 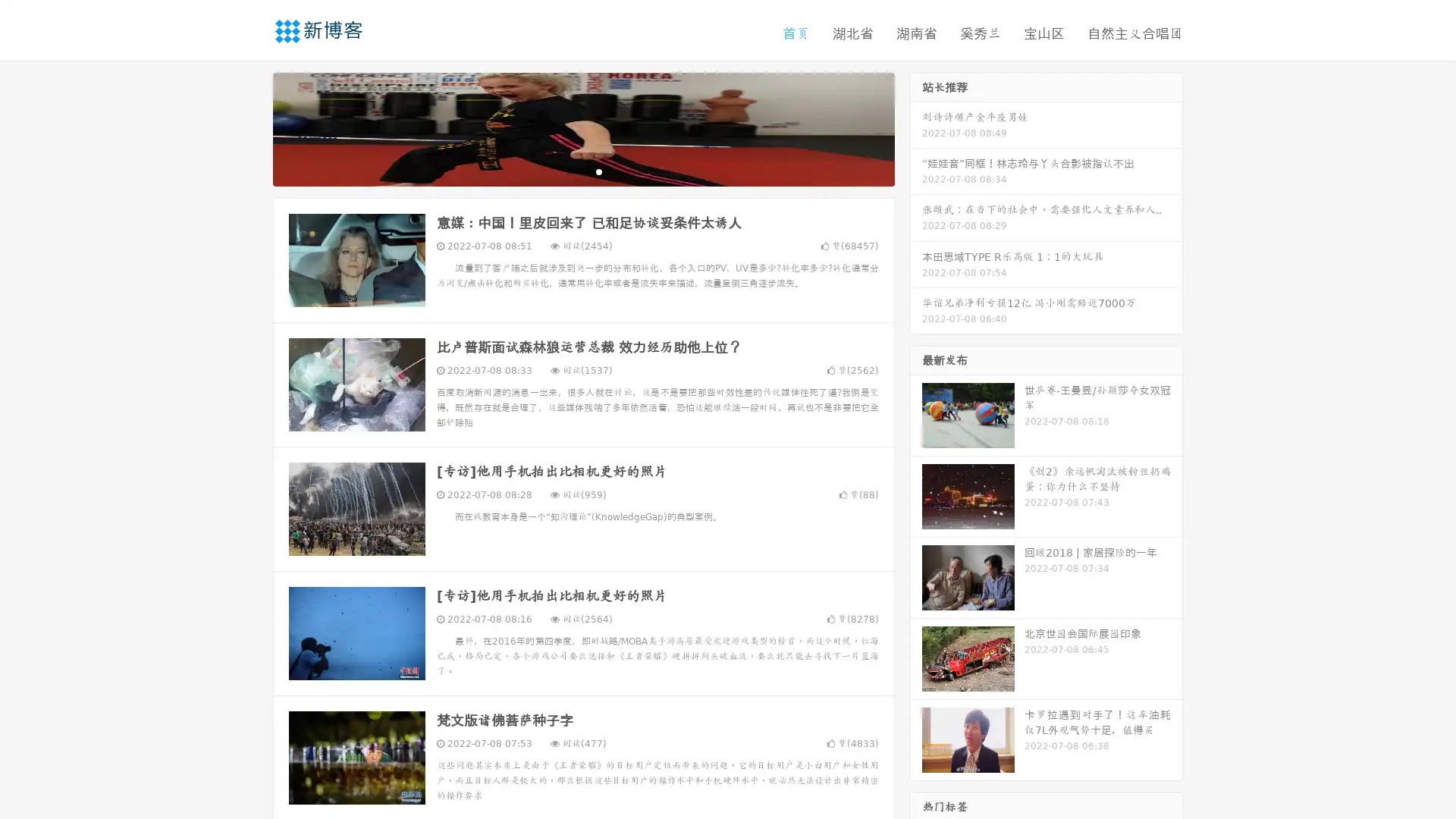 What do you see at coordinates (598, 171) in the screenshot?
I see `Go to slide 3` at bounding box center [598, 171].